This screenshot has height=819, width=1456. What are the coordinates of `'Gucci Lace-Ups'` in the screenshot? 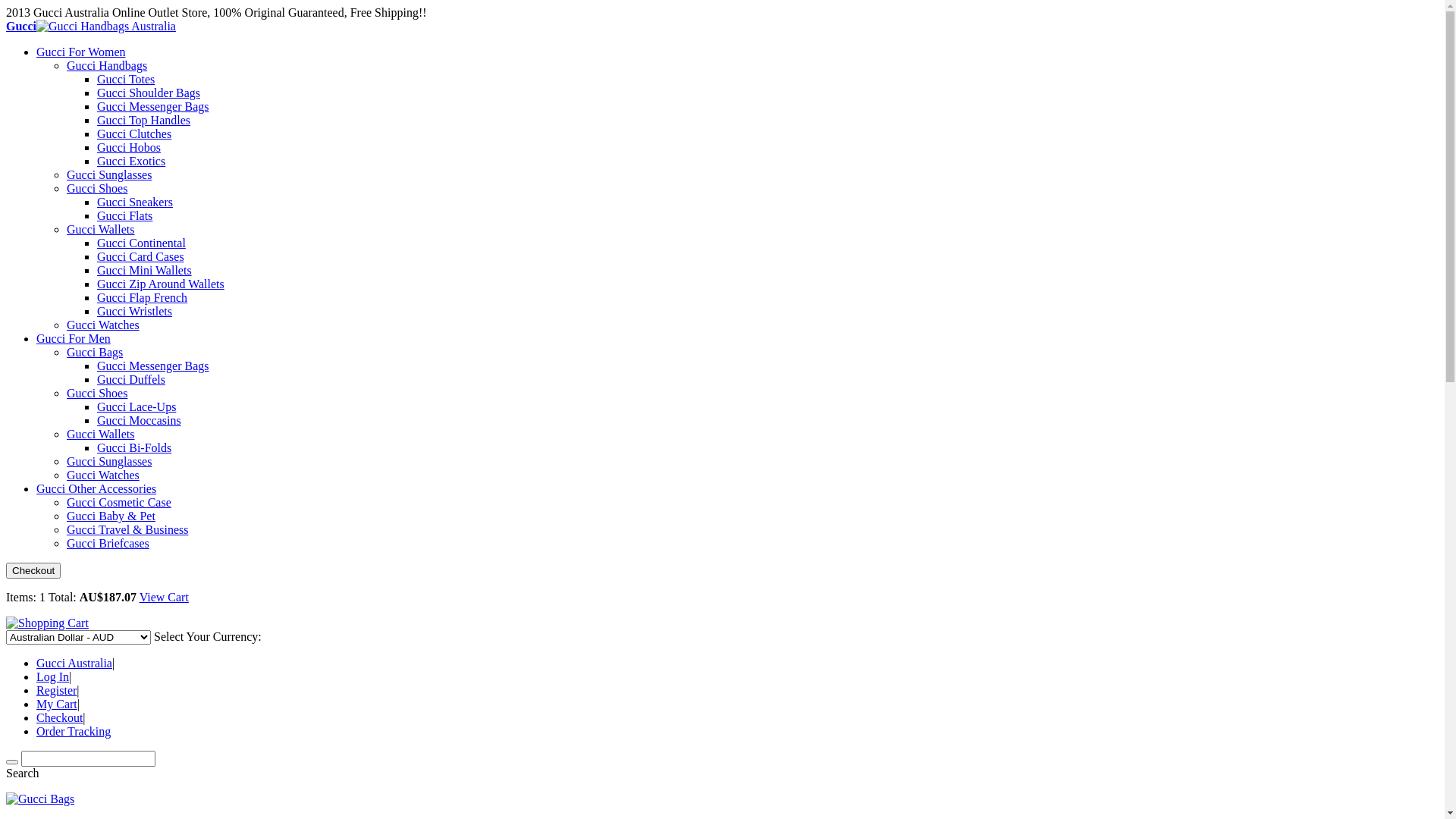 It's located at (136, 406).